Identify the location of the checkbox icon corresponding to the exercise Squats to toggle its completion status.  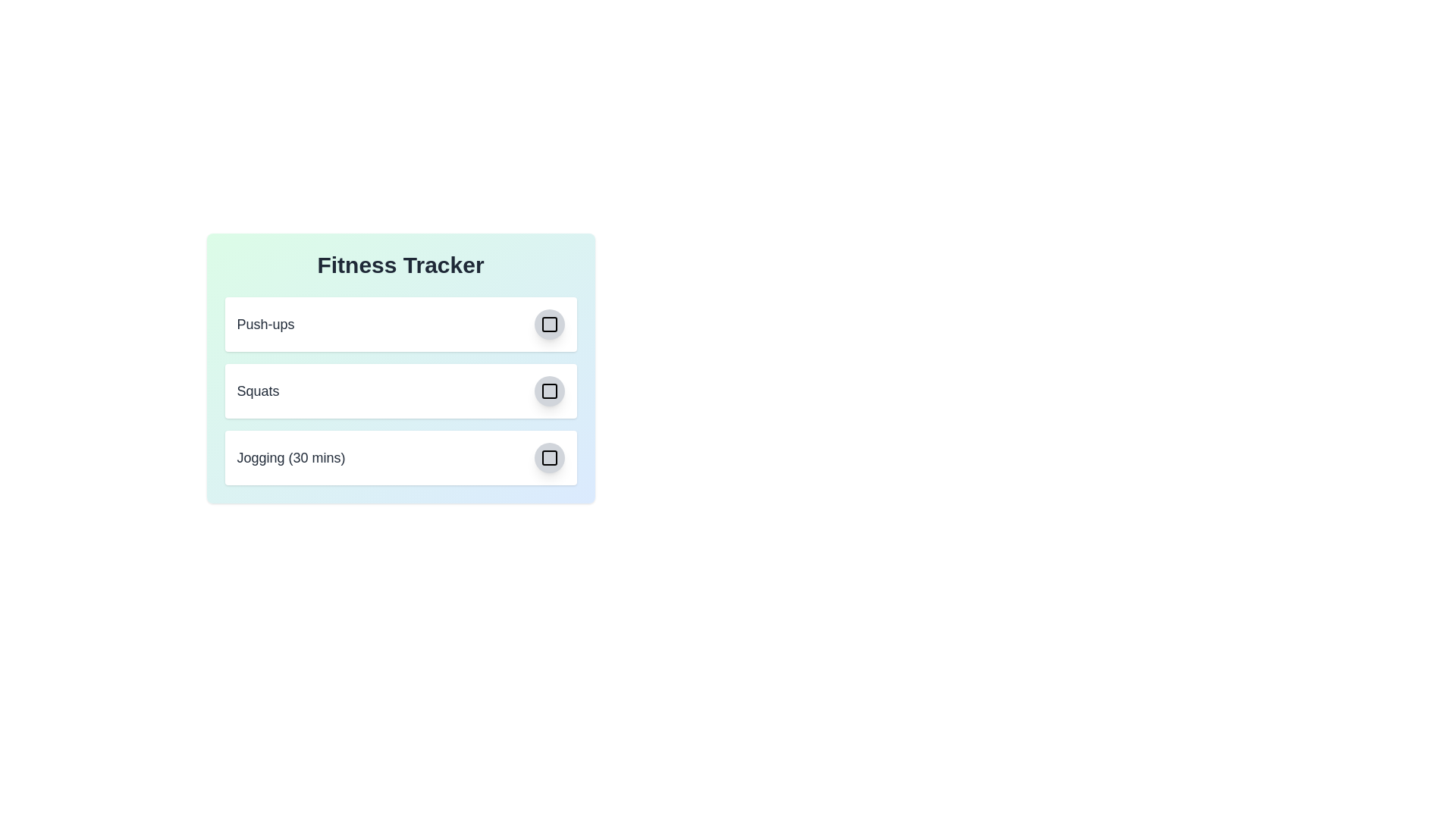
(548, 391).